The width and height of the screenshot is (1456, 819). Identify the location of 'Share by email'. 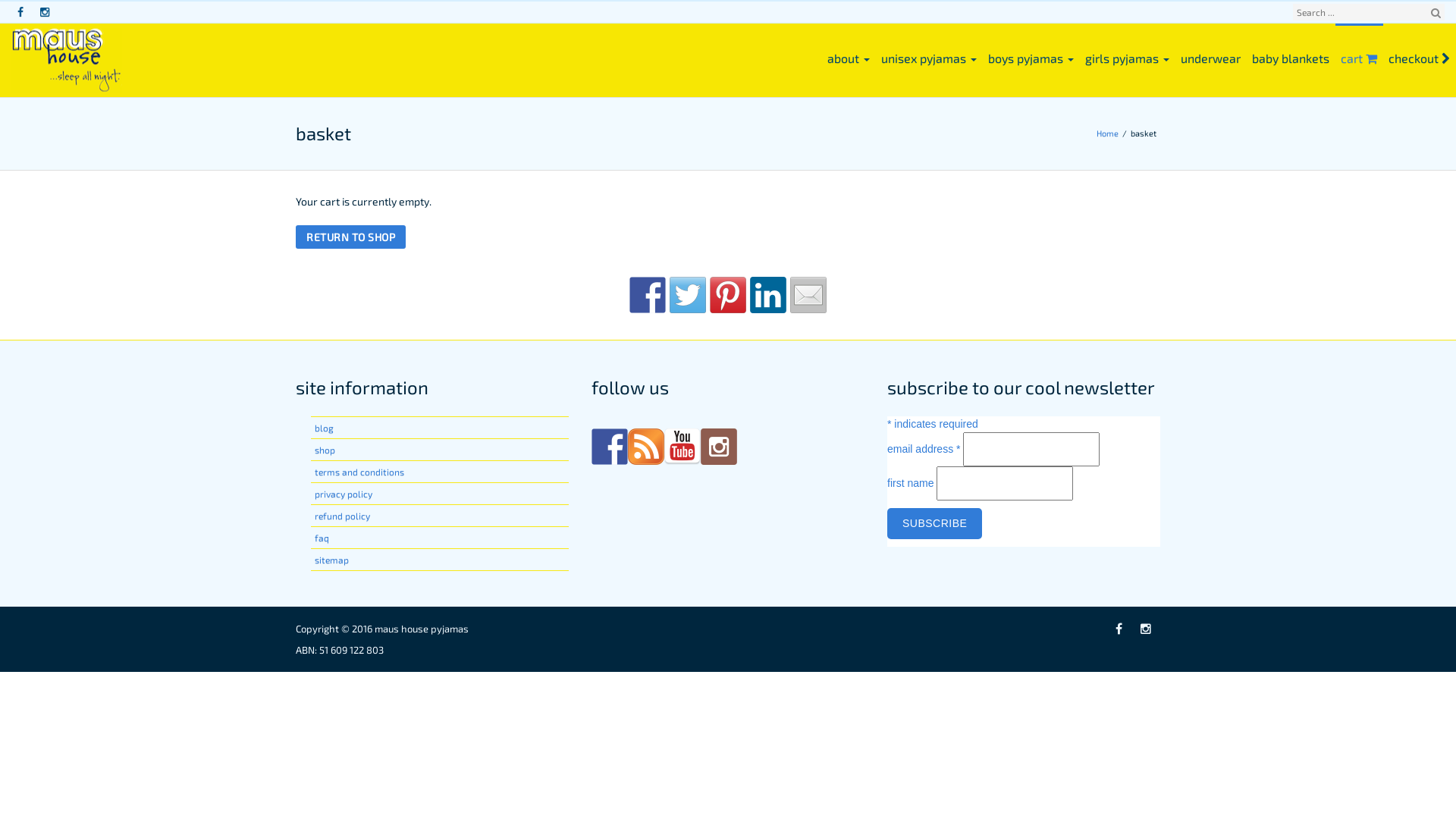
(789, 295).